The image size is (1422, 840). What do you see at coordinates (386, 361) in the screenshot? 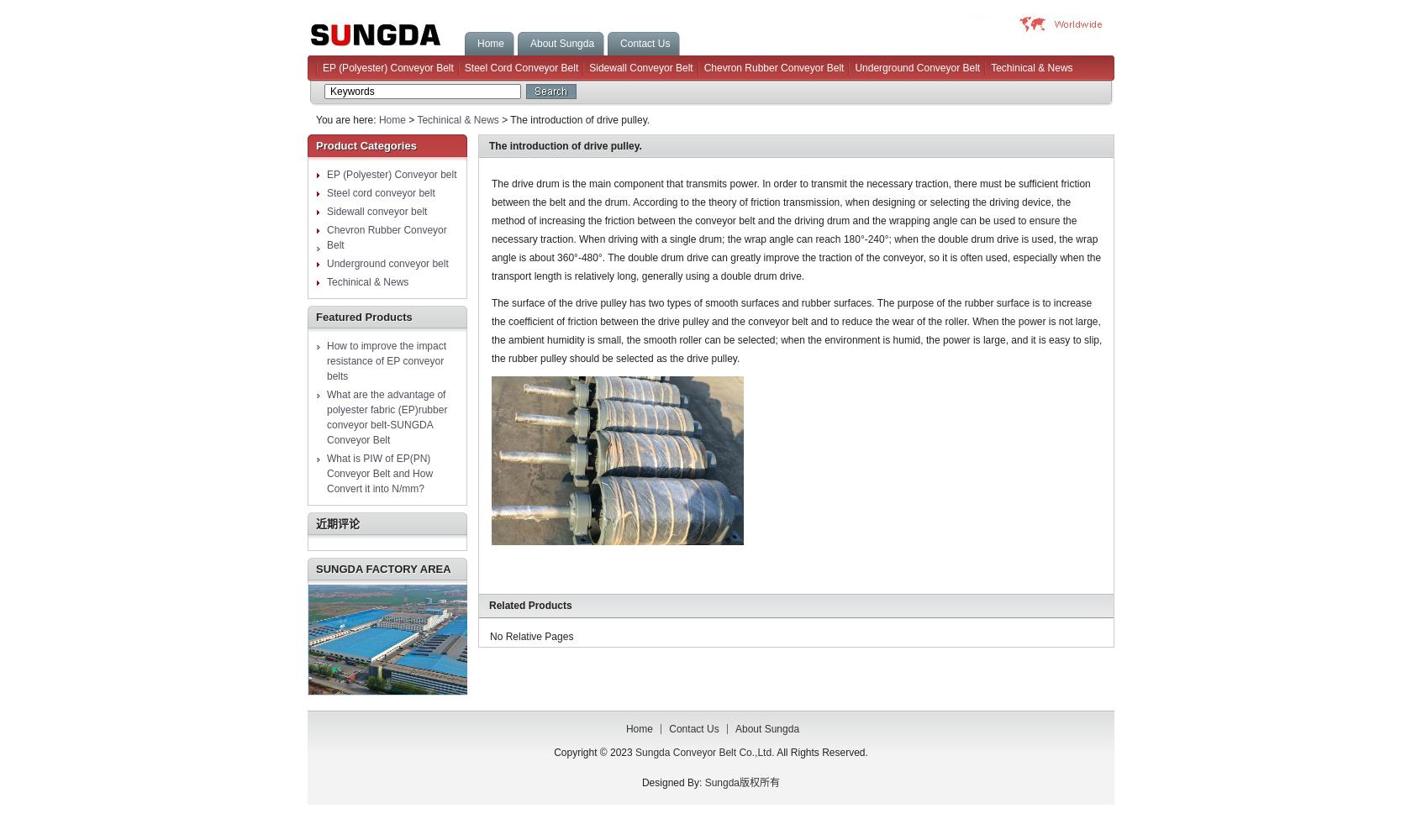
I see `'How to improve the impact resistance of EP conveyor belts'` at bounding box center [386, 361].